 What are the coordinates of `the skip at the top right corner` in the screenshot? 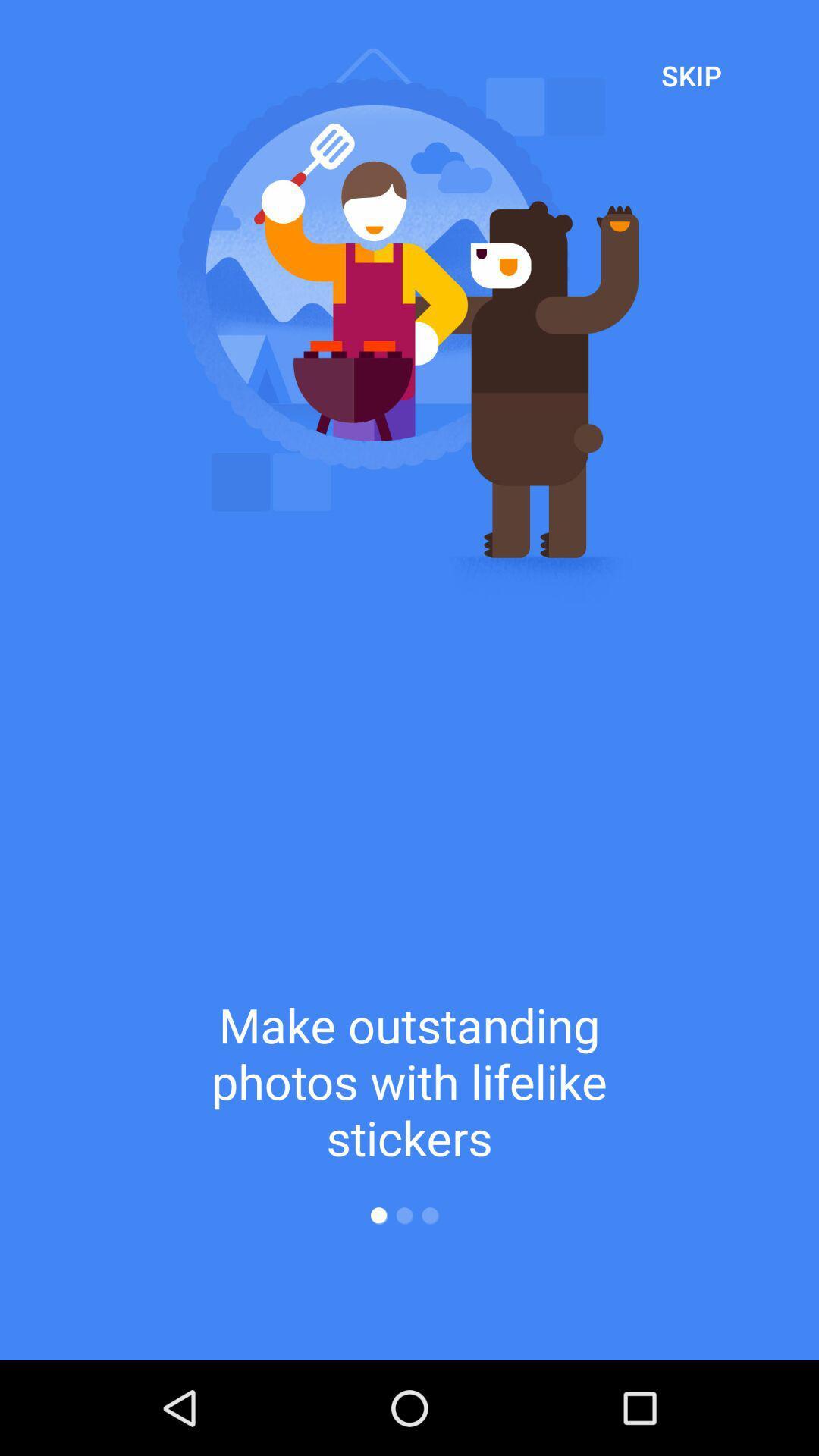 It's located at (691, 74).